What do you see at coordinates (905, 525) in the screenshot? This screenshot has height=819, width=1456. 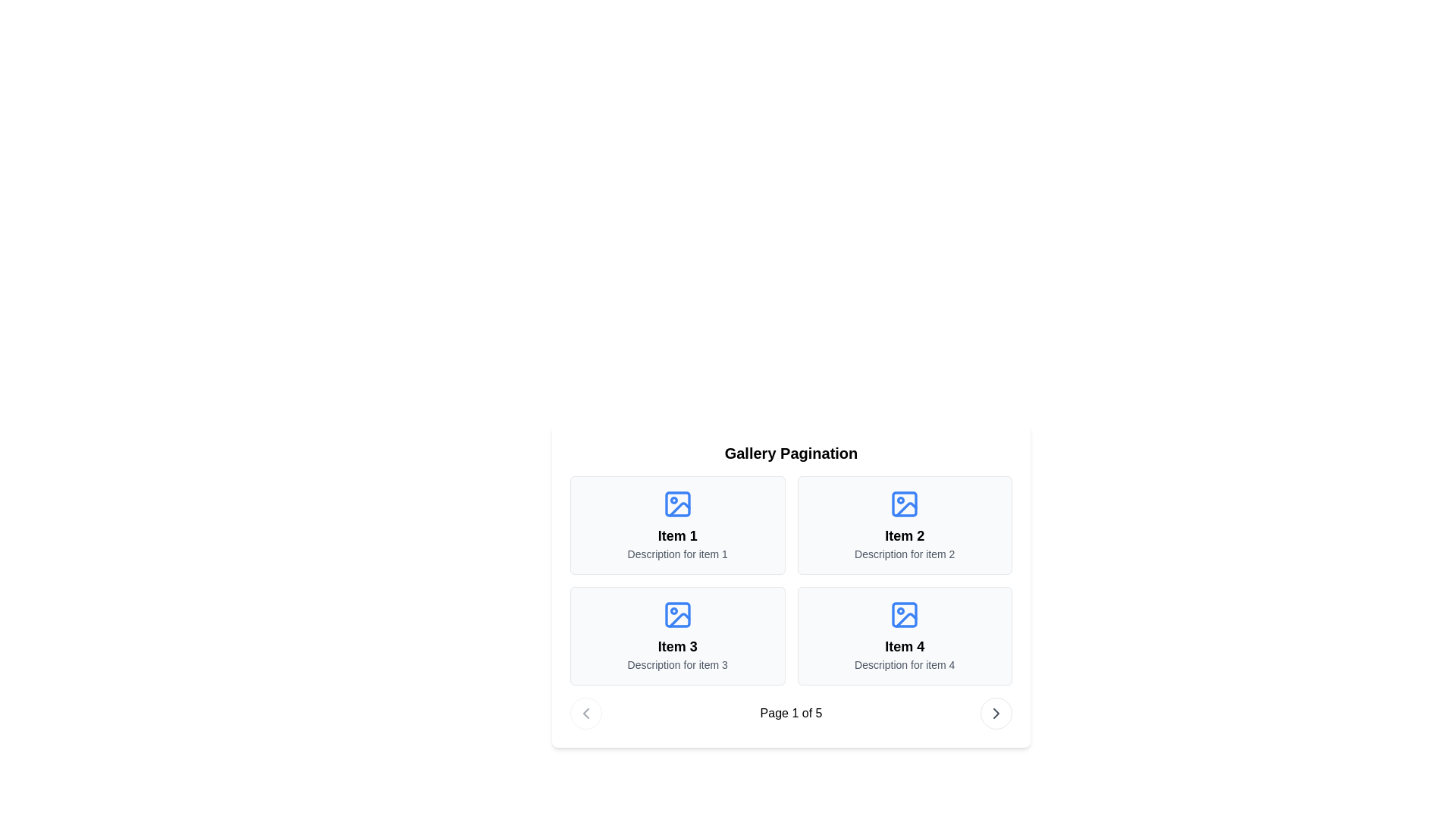 I see `information from the card UI element located at the top-right of the grid, which contains the text 'Item 2' and its description 'Description for item 2'` at bounding box center [905, 525].